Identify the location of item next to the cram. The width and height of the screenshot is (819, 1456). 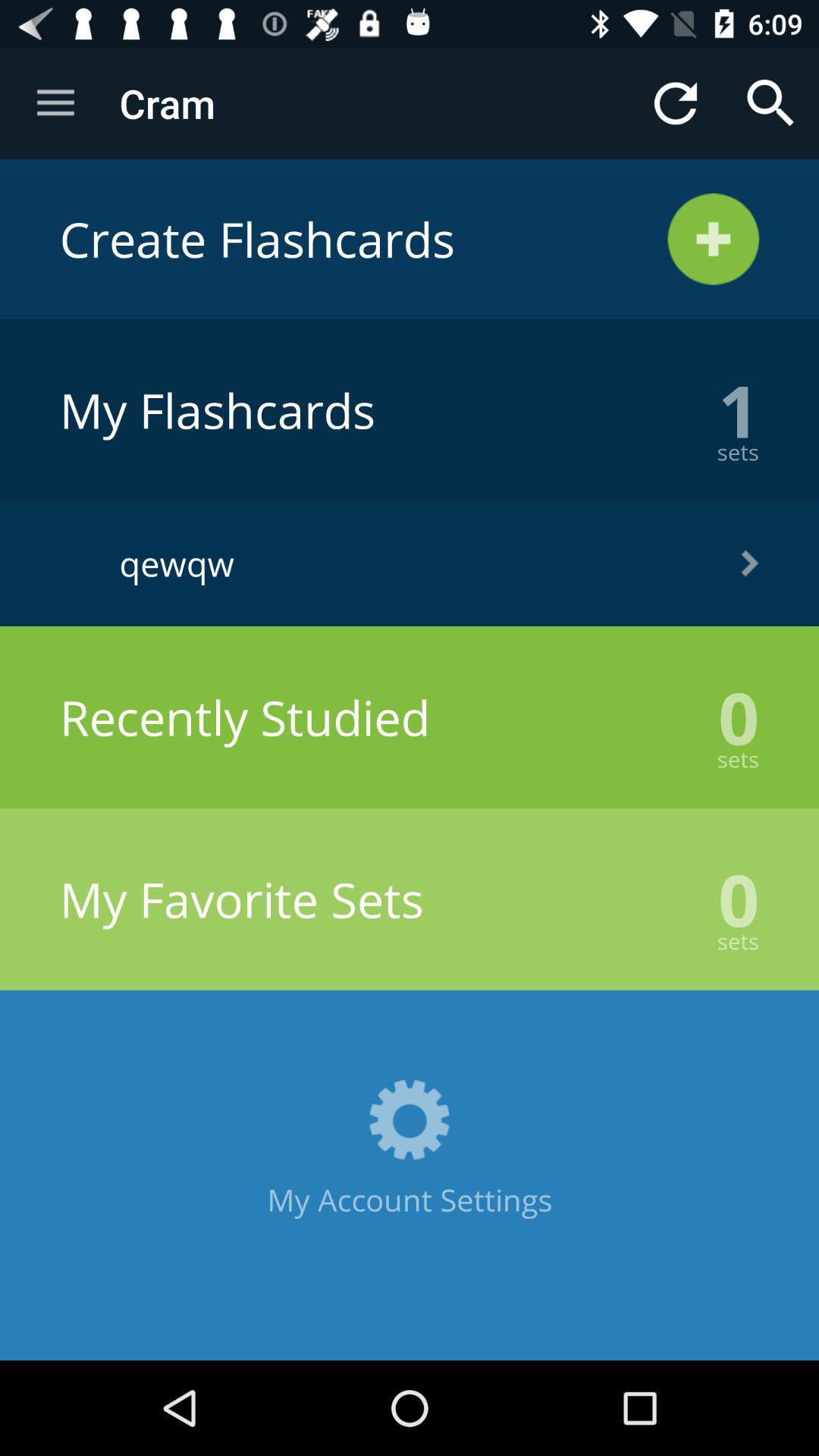
(675, 102).